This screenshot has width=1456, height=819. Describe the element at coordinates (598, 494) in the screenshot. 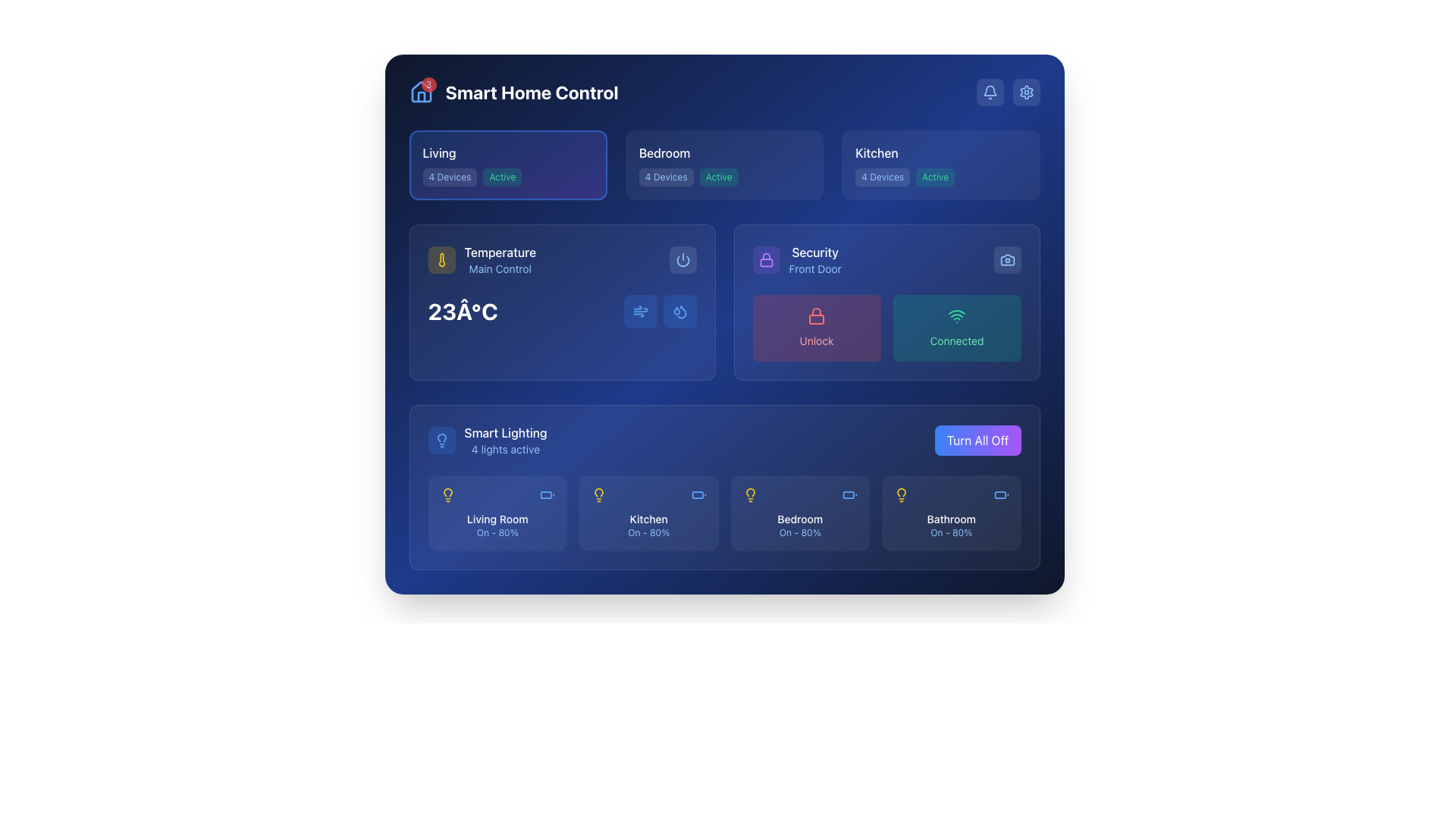

I see `the lighting control icon for the 'Kitchen' located in the 'Smart Lighting' section above the 'Kitchen' label` at that location.